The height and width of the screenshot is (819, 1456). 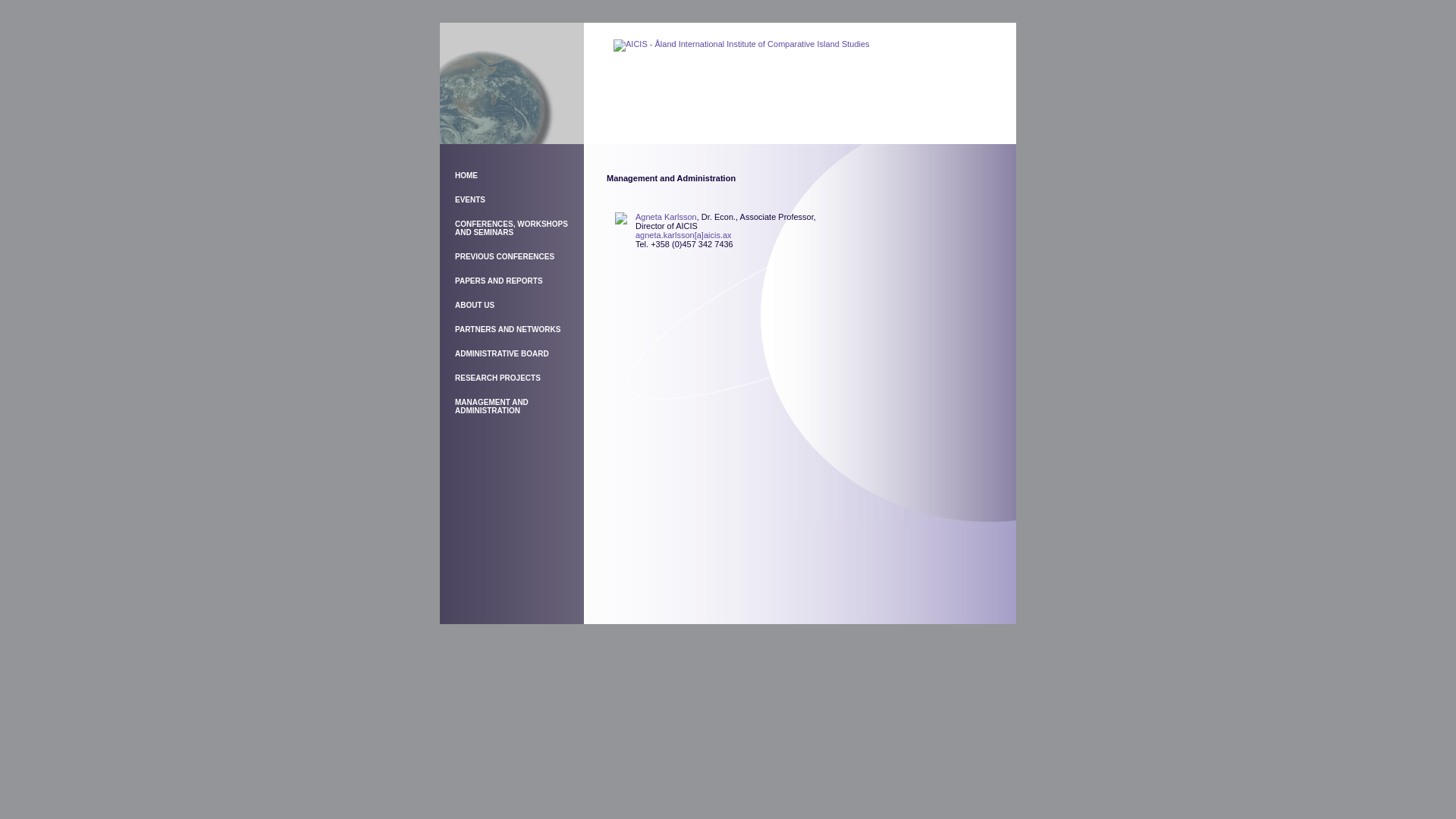 What do you see at coordinates (682, 234) in the screenshot?
I see `'agneta.karlsson[a]aicis.ax'` at bounding box center [682, 234].